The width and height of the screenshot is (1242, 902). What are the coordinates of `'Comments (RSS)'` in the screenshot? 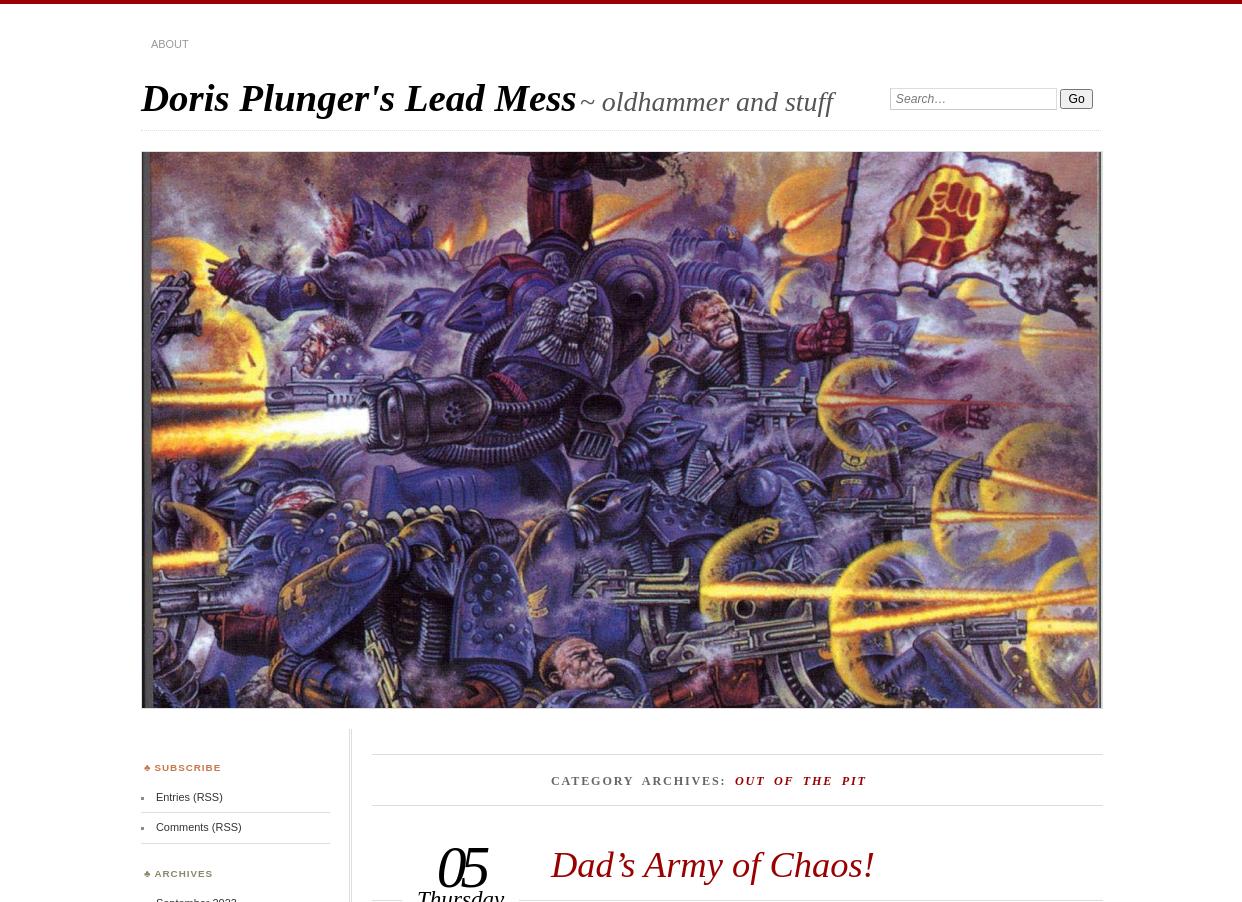 It's located at (154, 826).